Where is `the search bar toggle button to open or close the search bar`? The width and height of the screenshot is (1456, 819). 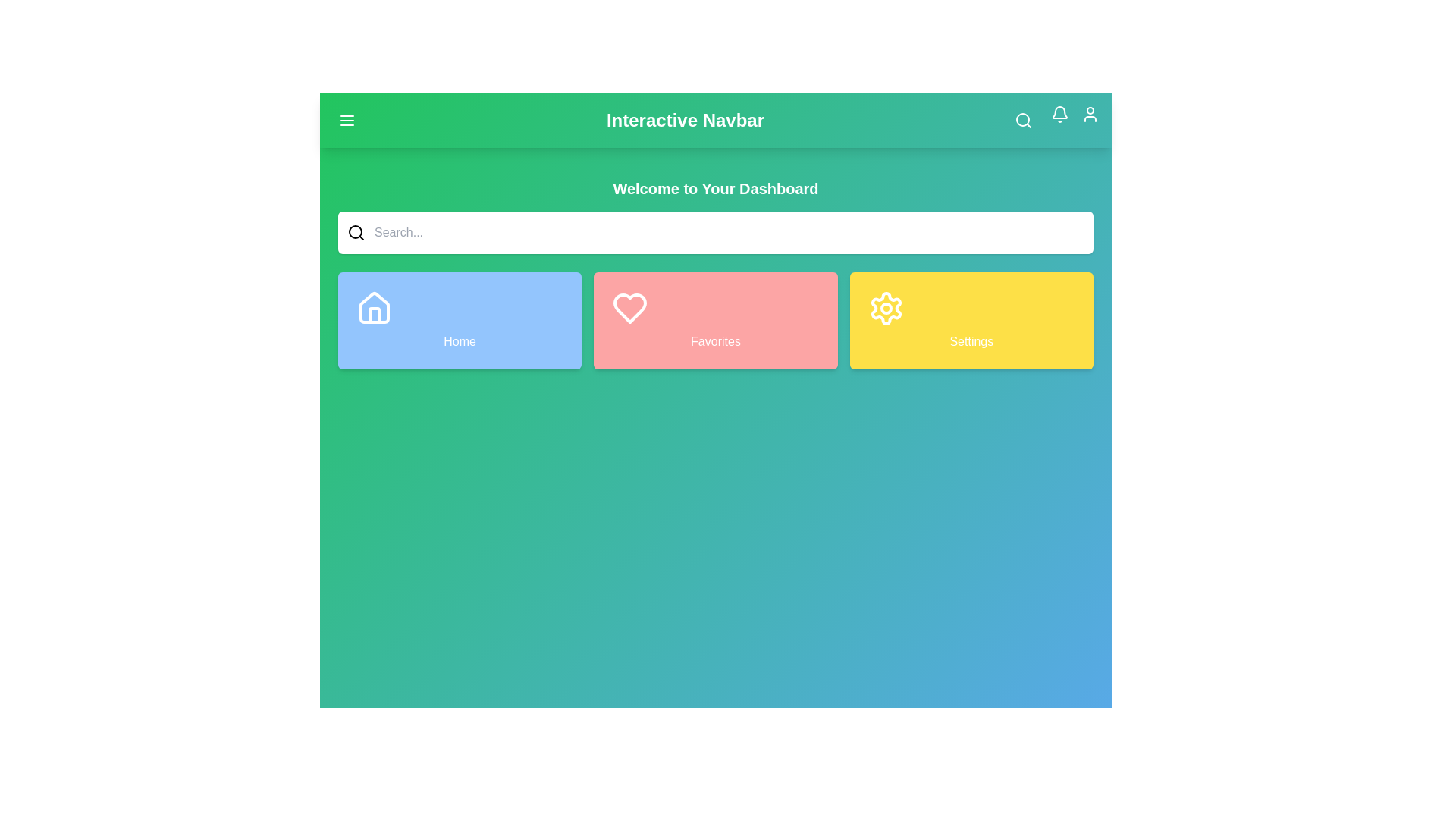 the search bar toggle button to open or close the search bar is located at coordinates (1023, 119).